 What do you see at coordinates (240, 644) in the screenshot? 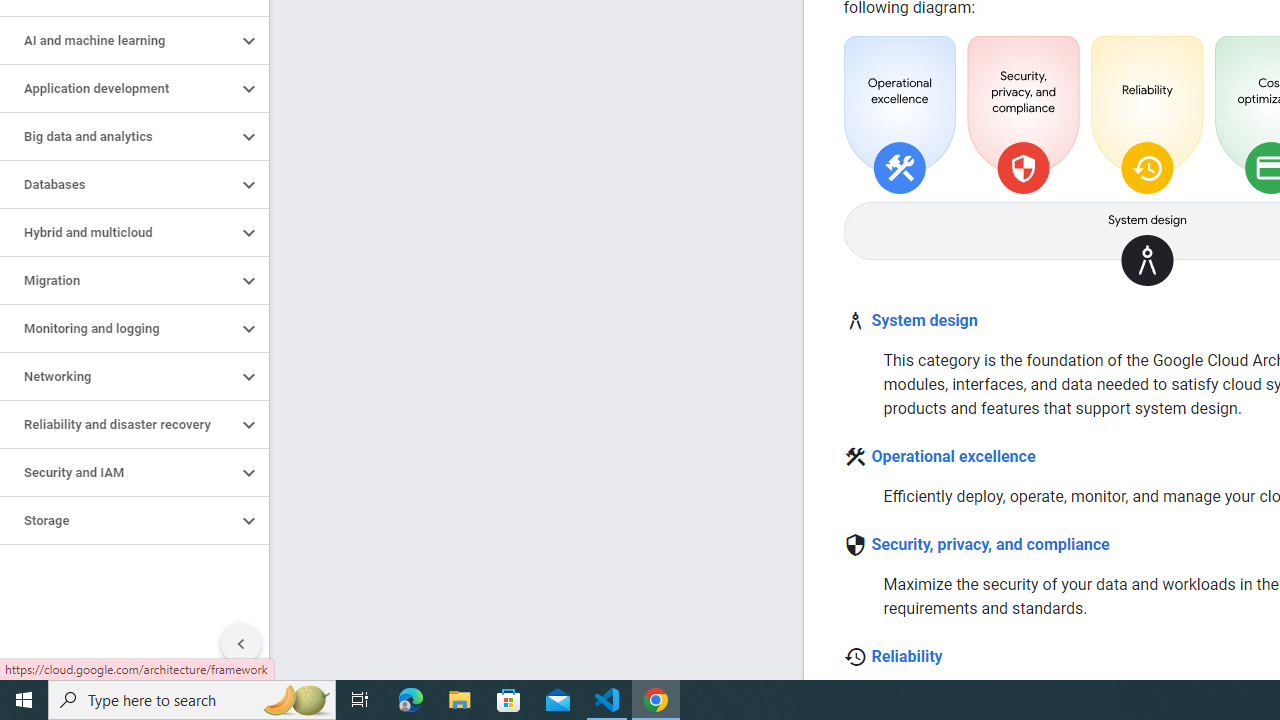
I see `'Hide side navigation'` at bounding box center [240, 644].